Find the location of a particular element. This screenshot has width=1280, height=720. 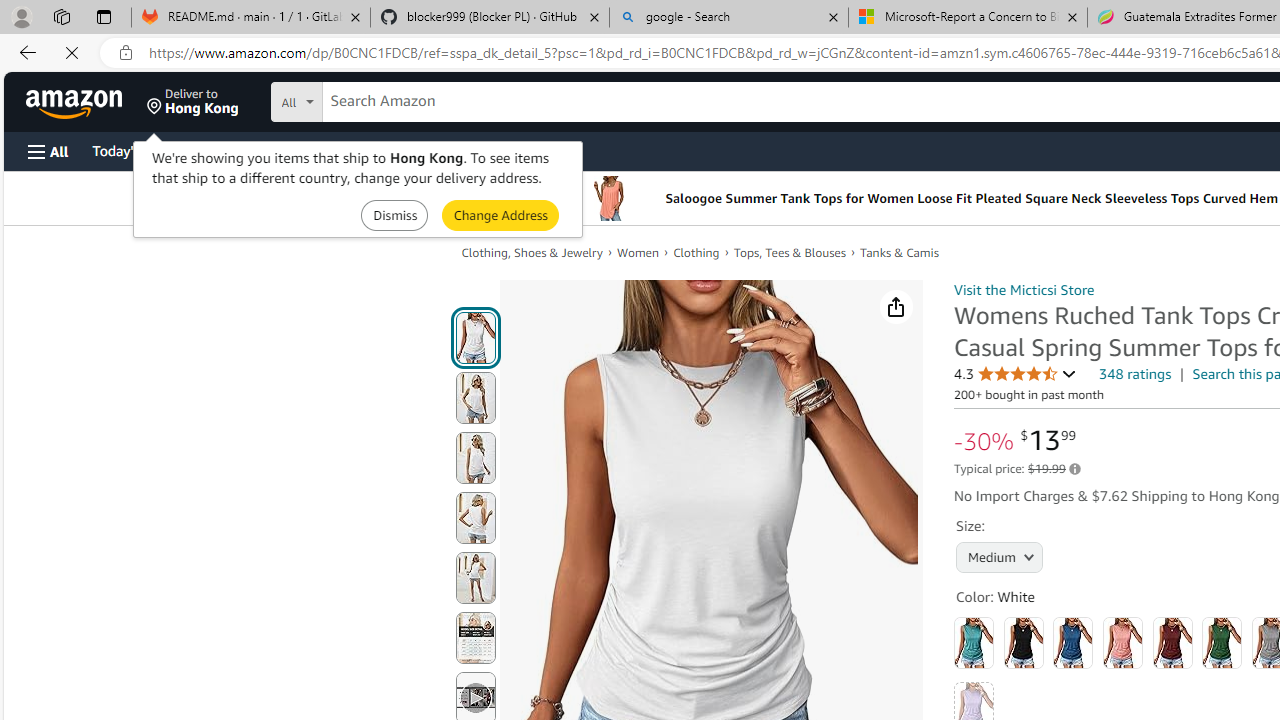

'Gift Cards' is located at coordinates (441, 149).